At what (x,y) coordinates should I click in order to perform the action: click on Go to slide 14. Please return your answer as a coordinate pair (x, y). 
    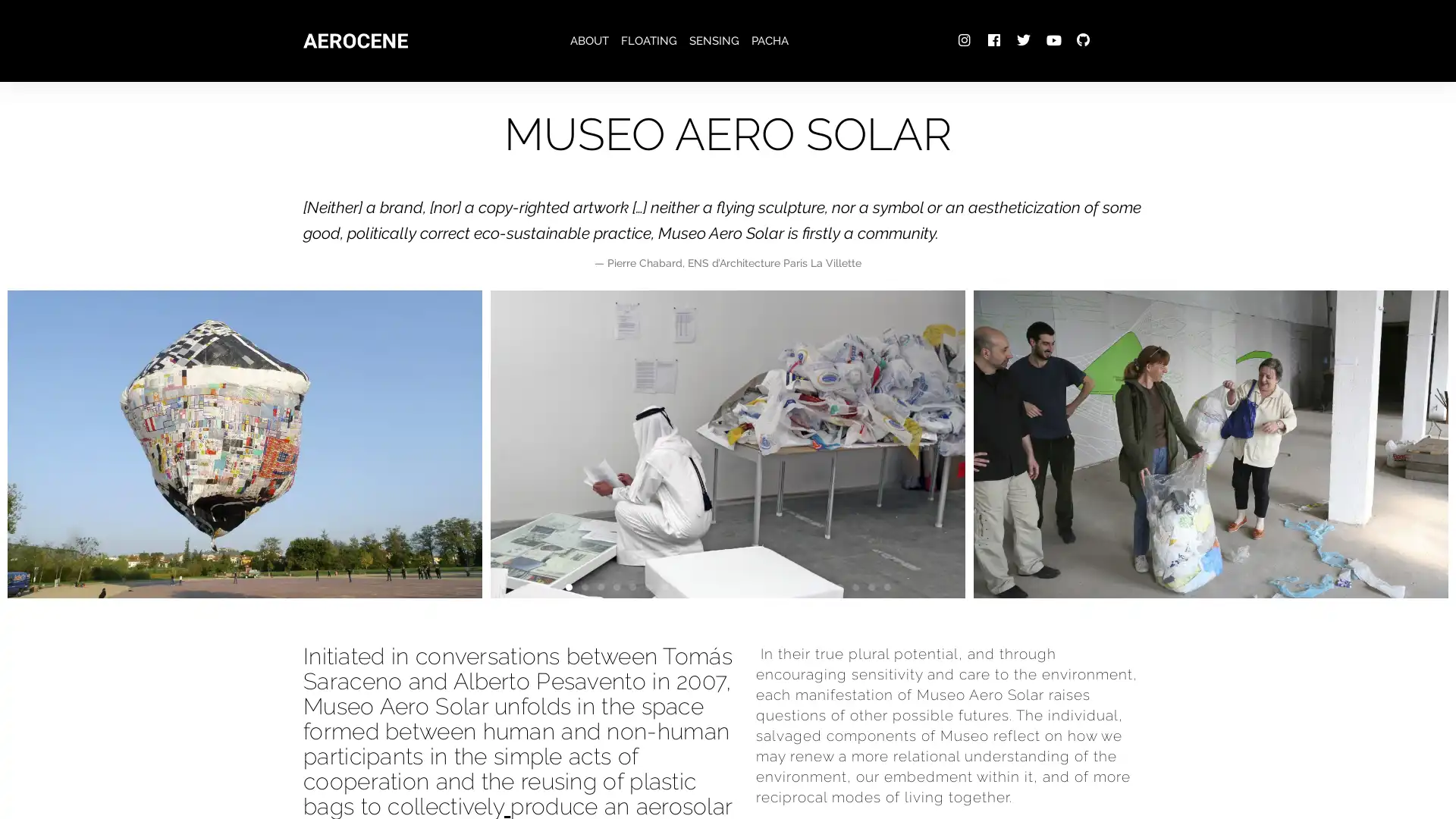
    Looking at the image, I should click on (775, 586).